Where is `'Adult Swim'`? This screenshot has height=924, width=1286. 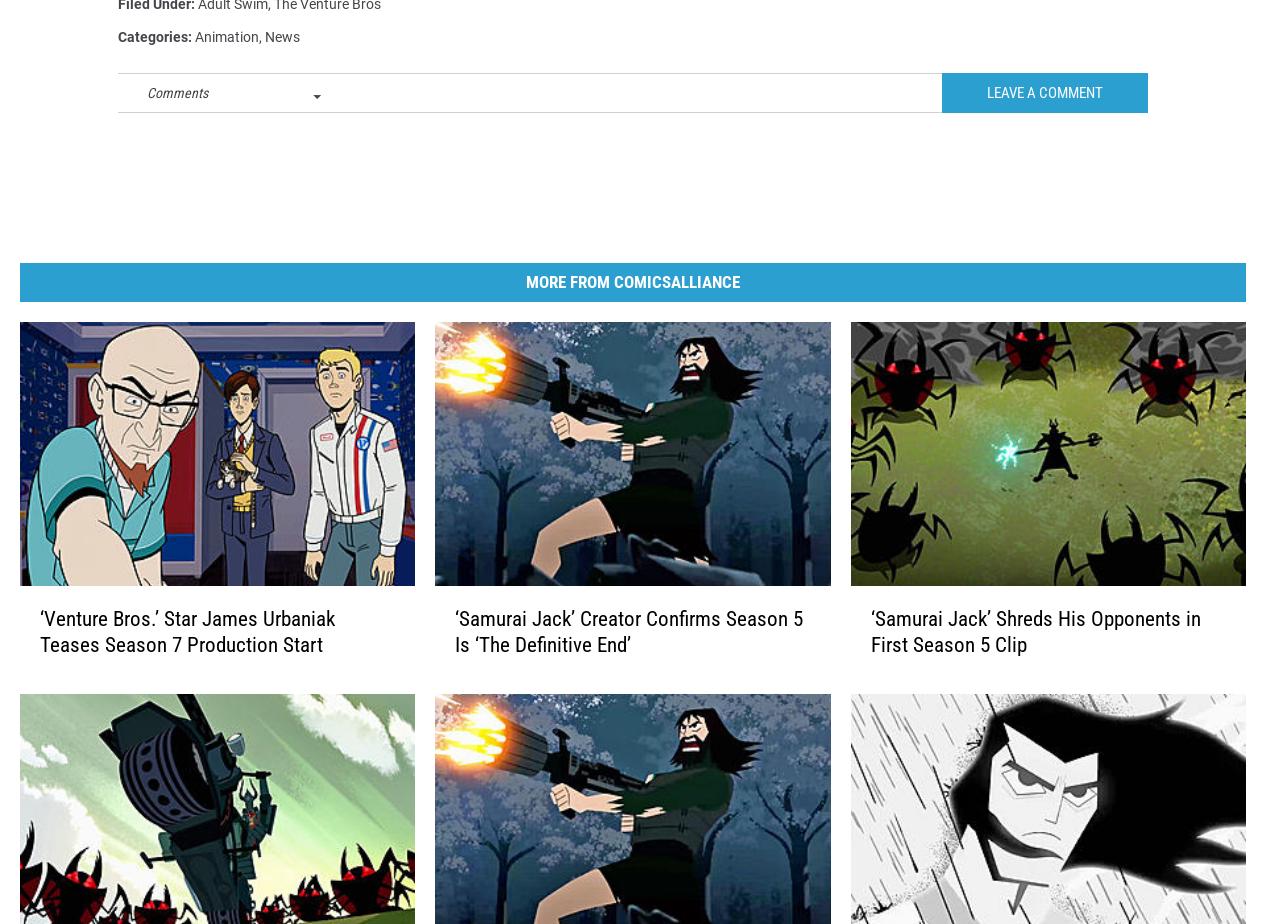
'Adult Swim' is located at coordinates (233, 36).